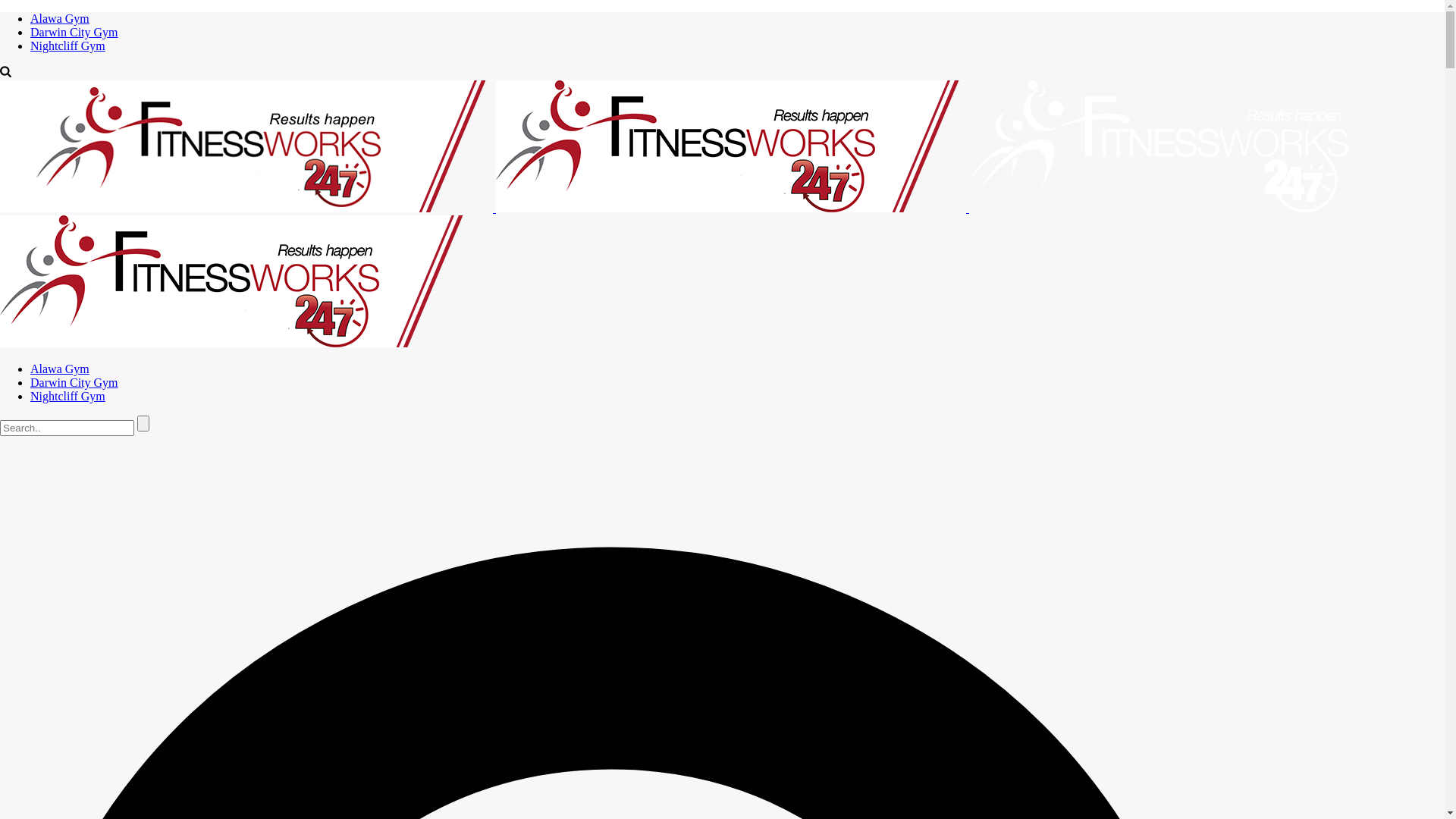 The width and height of the screenshot is (1456, 819). What do you see at coordinates (67, 45) in the screenshot?
I see `'Nightcliff Gym'` at bounding box center [67, 45].